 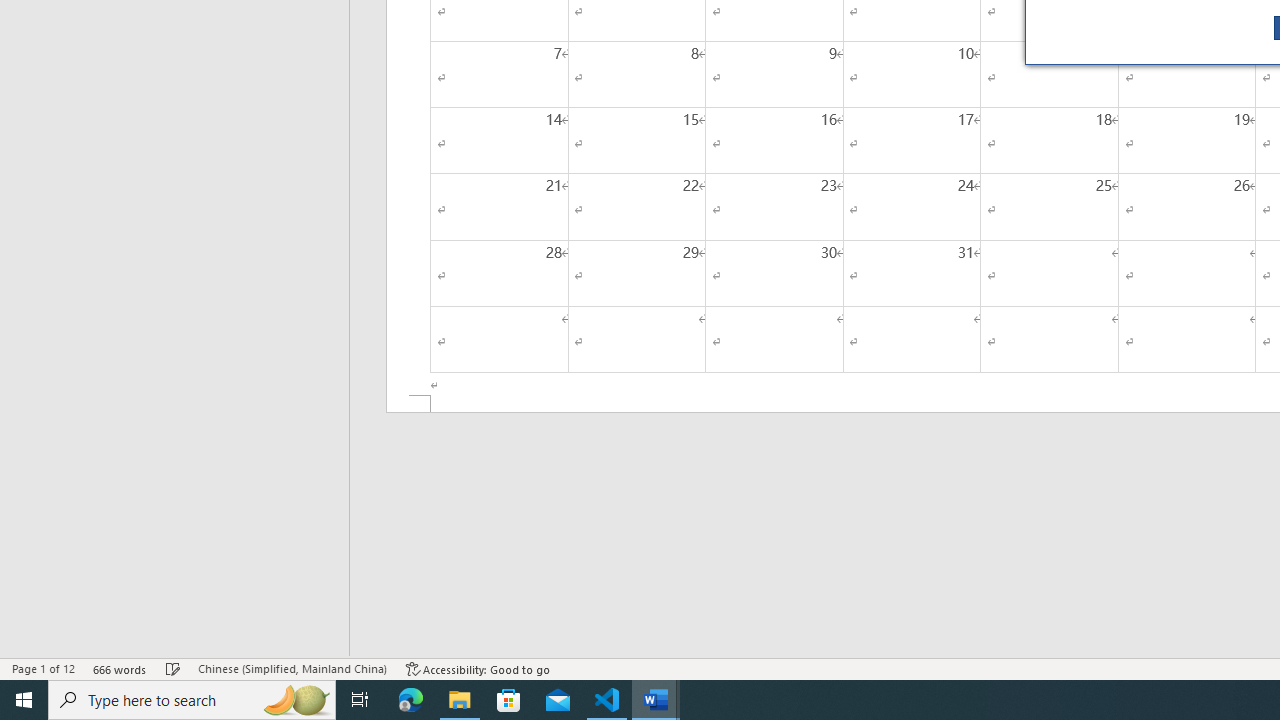 I want to click on 'Accessibility Checker Accessibility: Good to go', so click(x=477, y=669).